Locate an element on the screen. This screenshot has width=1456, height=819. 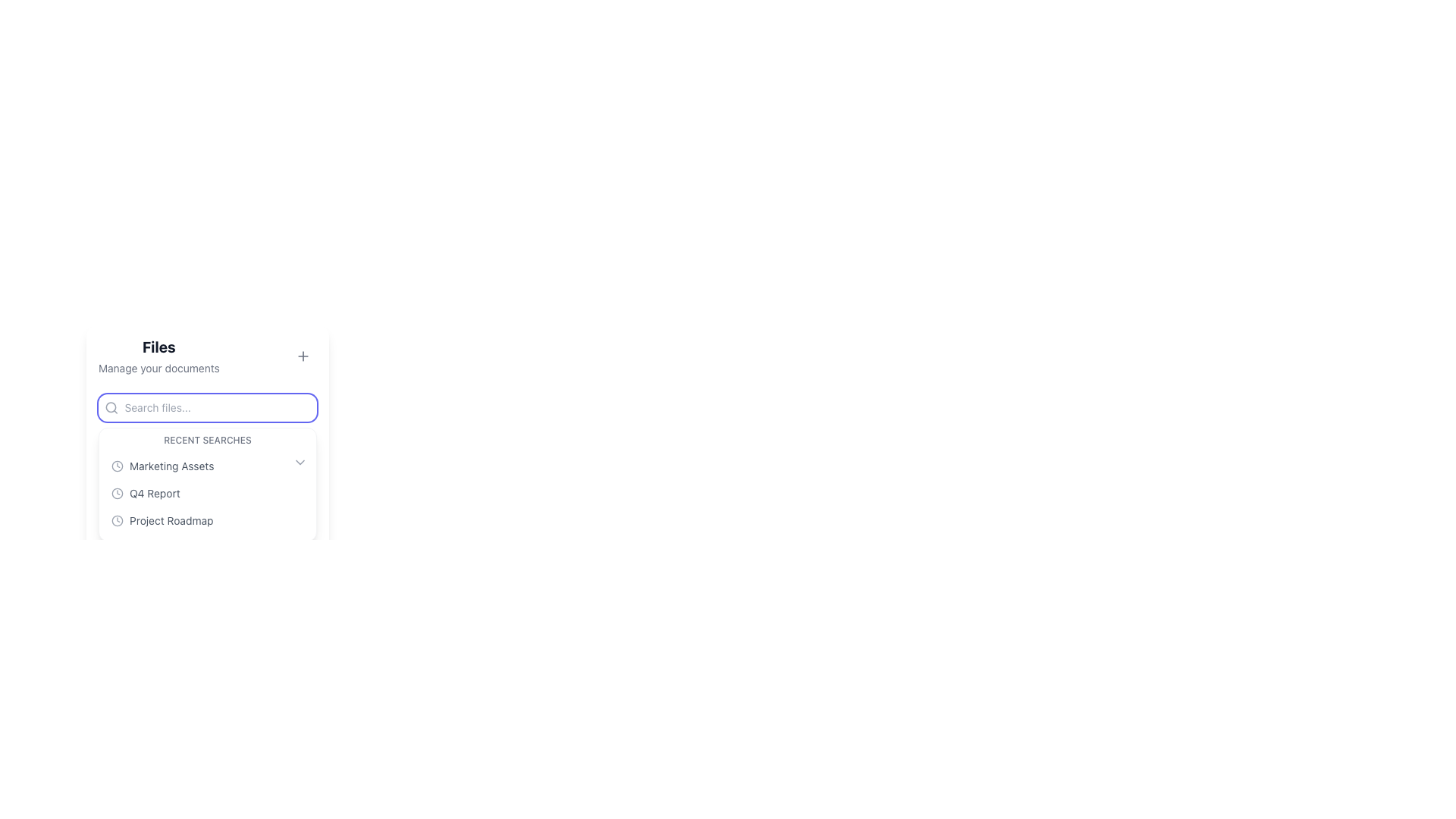
the composite label element displaying 'Documents' and '43 items' is located at coordinates (199, 461).